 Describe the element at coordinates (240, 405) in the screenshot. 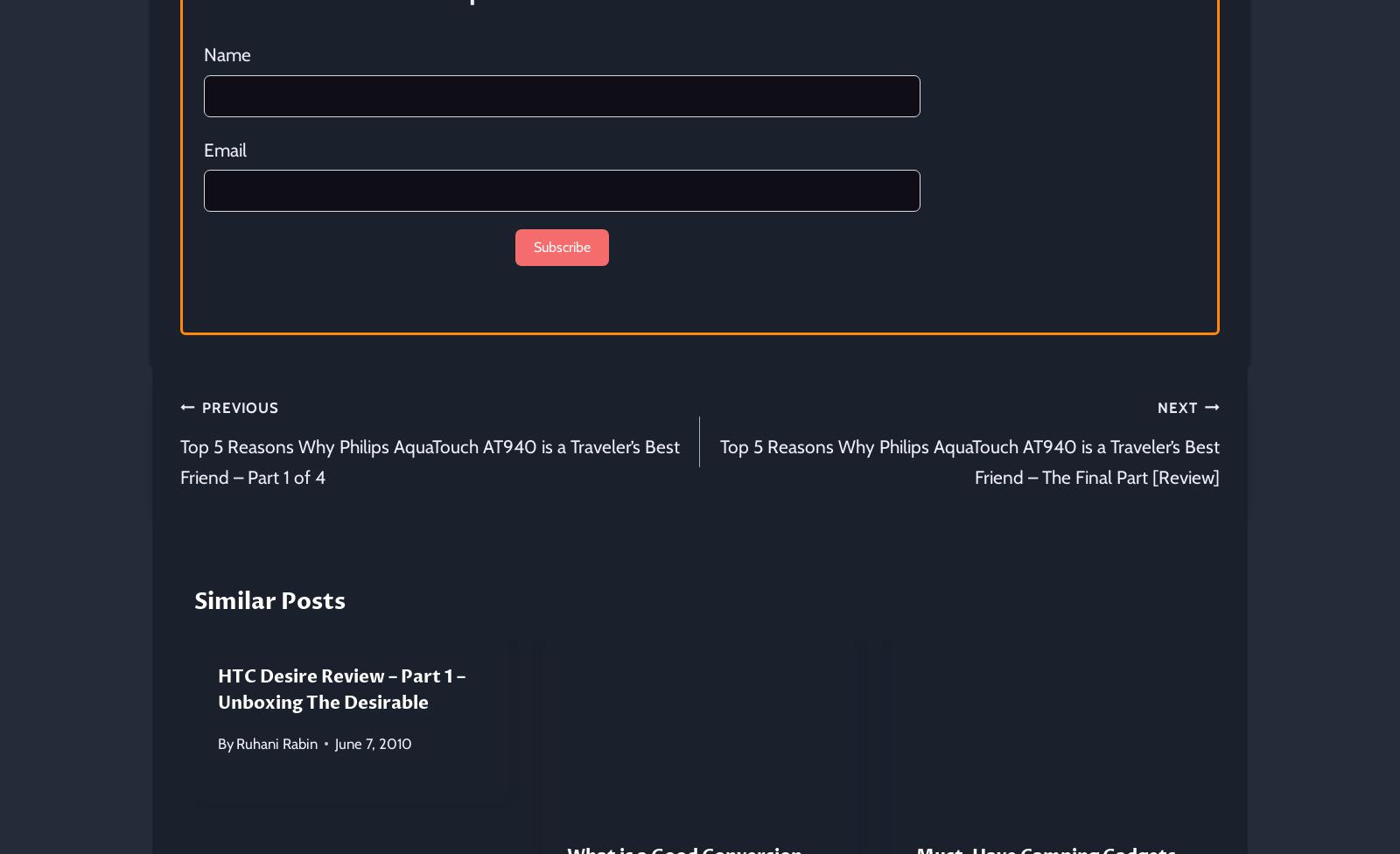

I see `'Previous'` at that location.